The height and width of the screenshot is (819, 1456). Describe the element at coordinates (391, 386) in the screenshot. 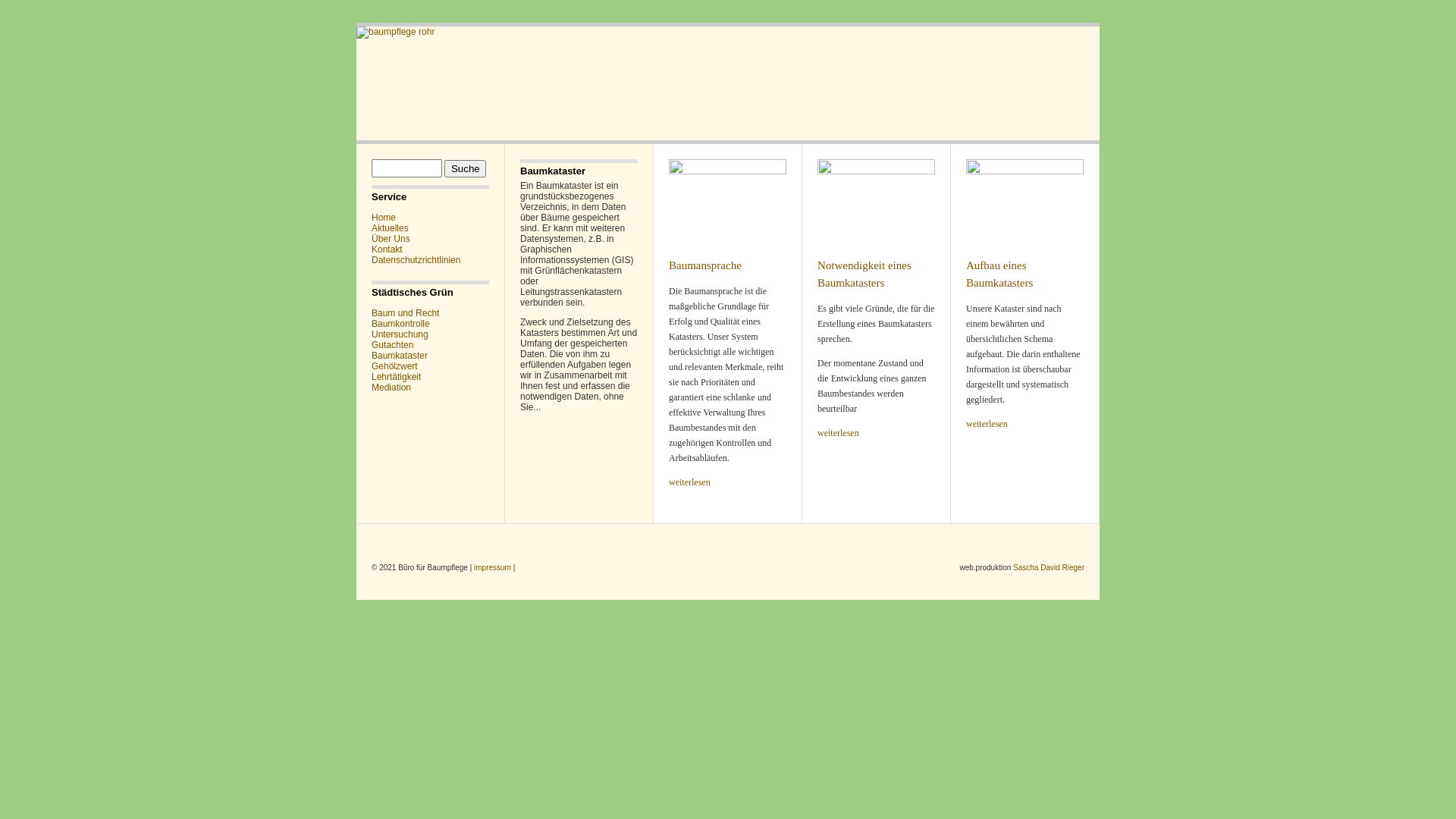

I see `'Mediation'` at that location.